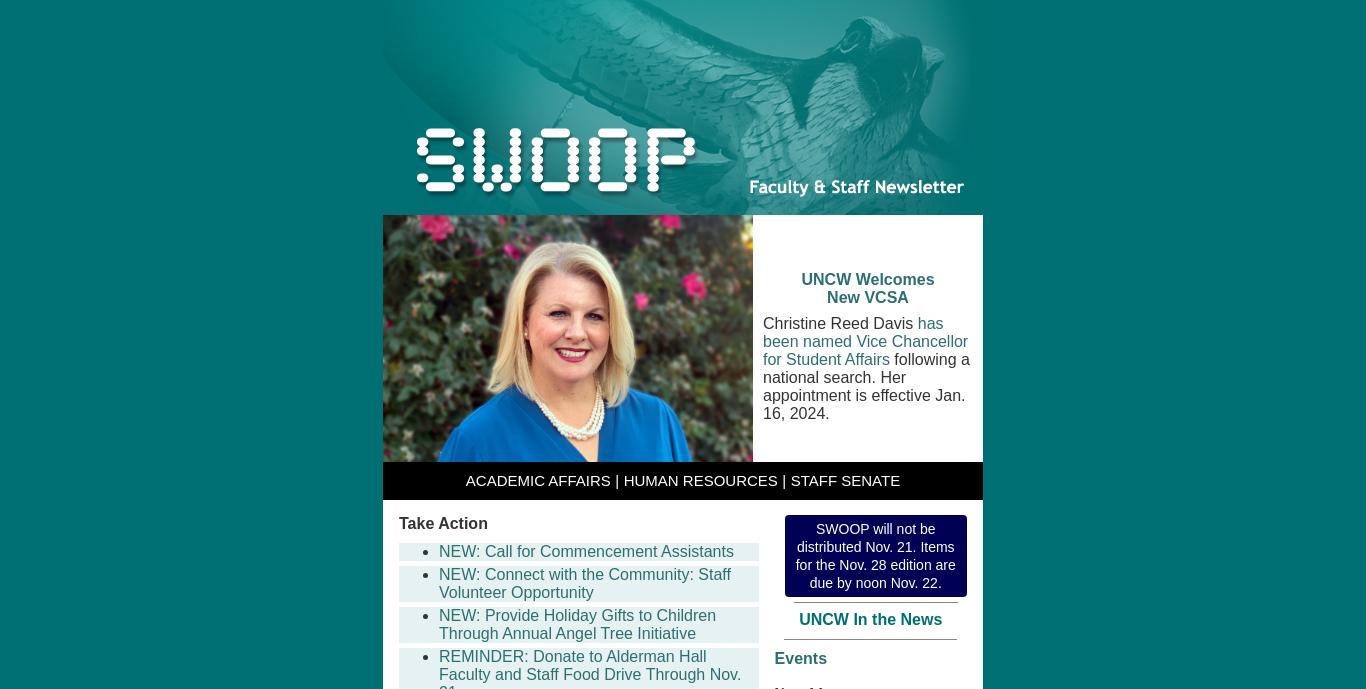 Image resolution: width=1366 pixels, height=689 pixels. Describe the element at coordinates (866, 296) in the screenshot. I see `'New VCSA'` at that location.